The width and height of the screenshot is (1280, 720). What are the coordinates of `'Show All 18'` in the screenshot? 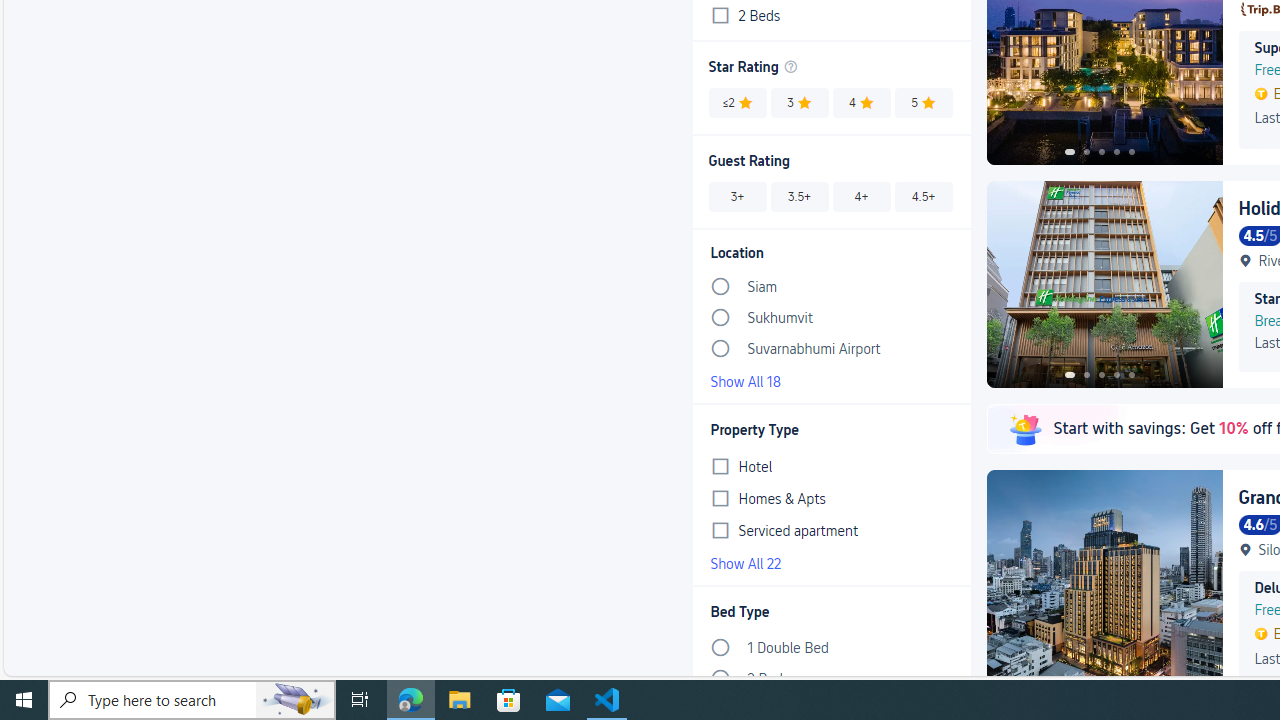 It's located at (831, 380).